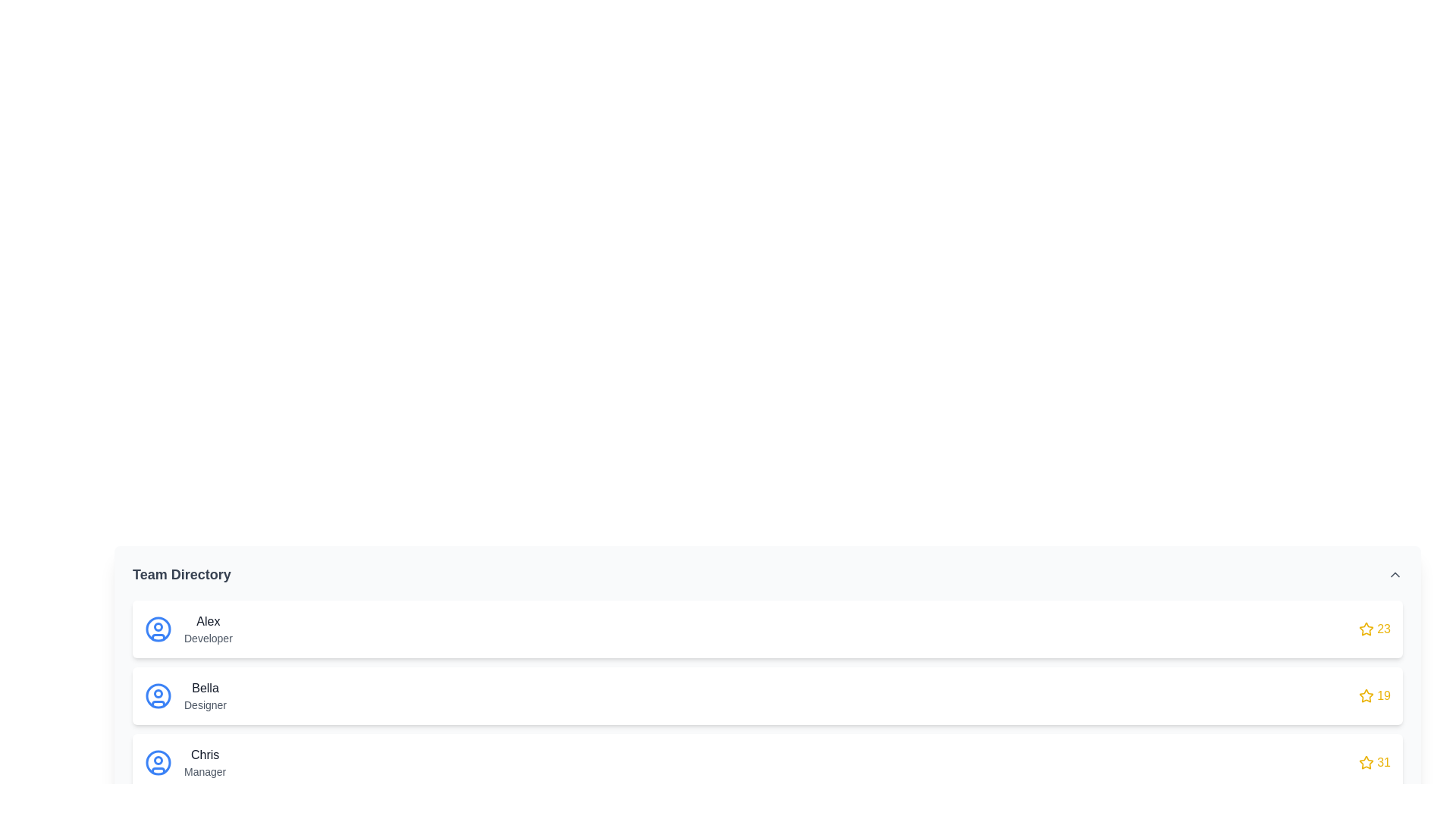 The width and height of the screenshot is (1456, 819). I want to click on the star-shaped icon outlined in golden yellow located in the second entry of the 'Team Directory' section, next to the numeric value '19' in red text for 'Bella,' a 'Designer.', so click(1367, 695).